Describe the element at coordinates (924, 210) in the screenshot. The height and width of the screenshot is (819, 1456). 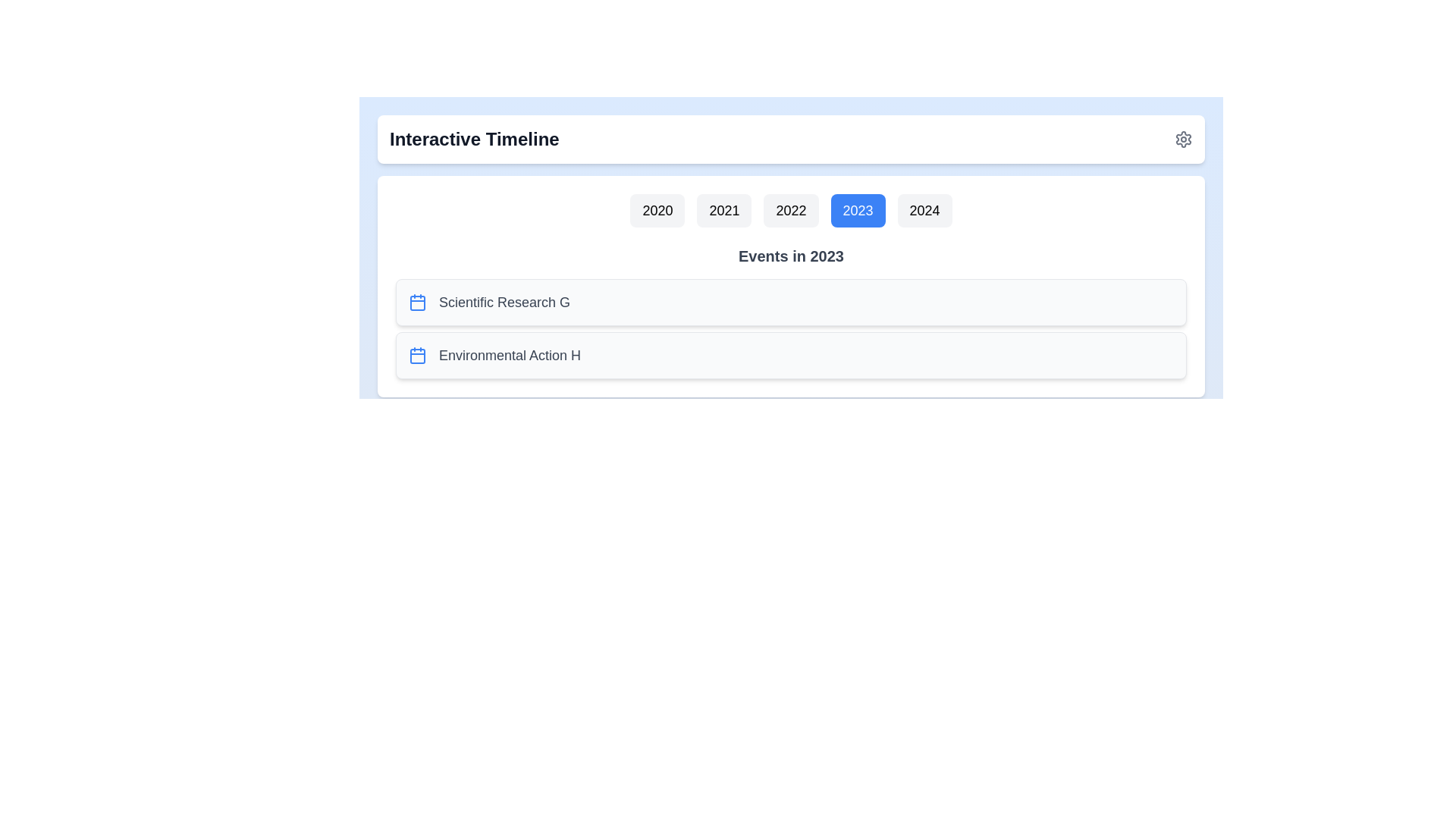
I see `the year button labeled 2024 to select it` at that location.